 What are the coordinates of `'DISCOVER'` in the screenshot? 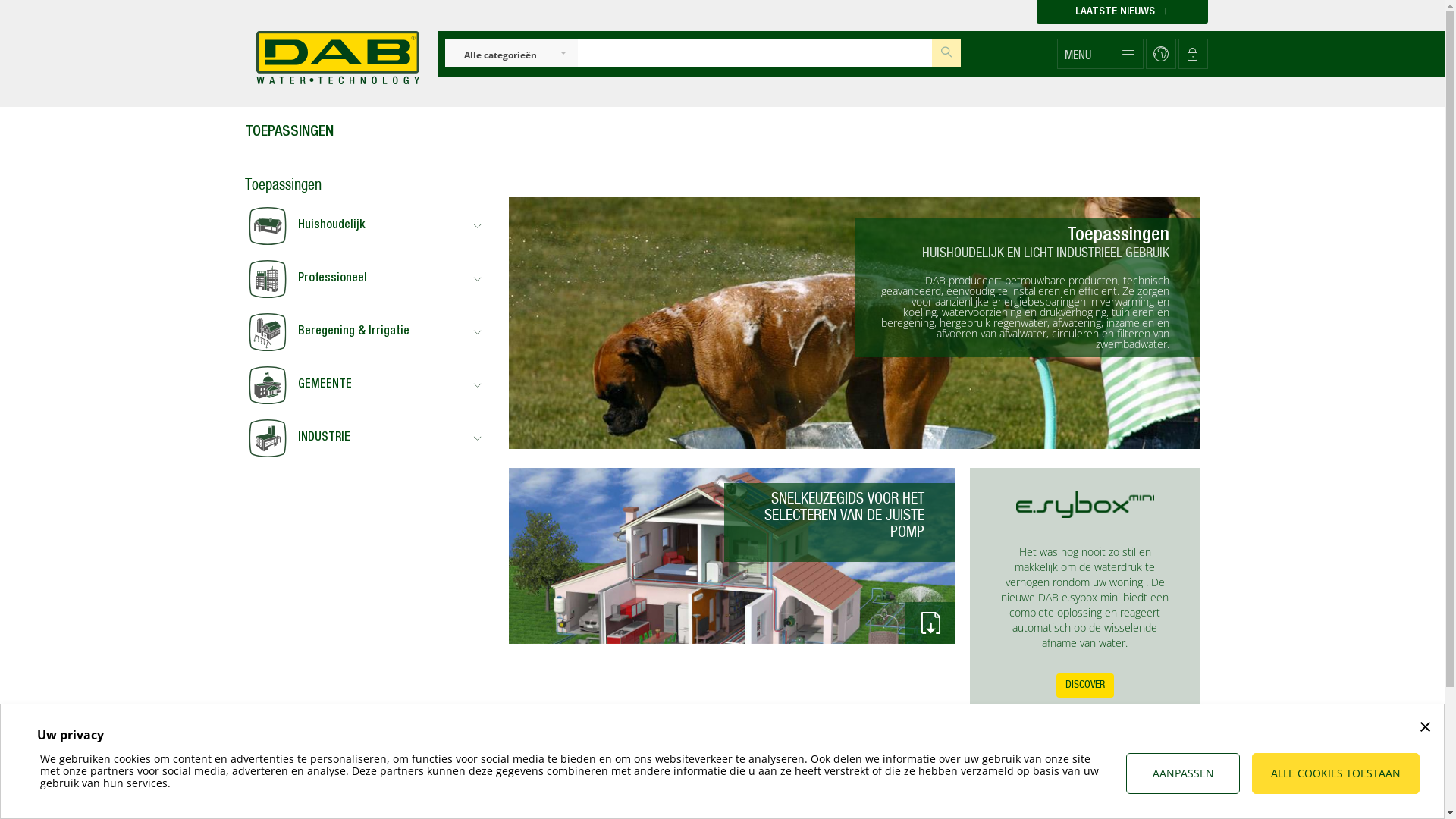 It's located at (1084, 685).